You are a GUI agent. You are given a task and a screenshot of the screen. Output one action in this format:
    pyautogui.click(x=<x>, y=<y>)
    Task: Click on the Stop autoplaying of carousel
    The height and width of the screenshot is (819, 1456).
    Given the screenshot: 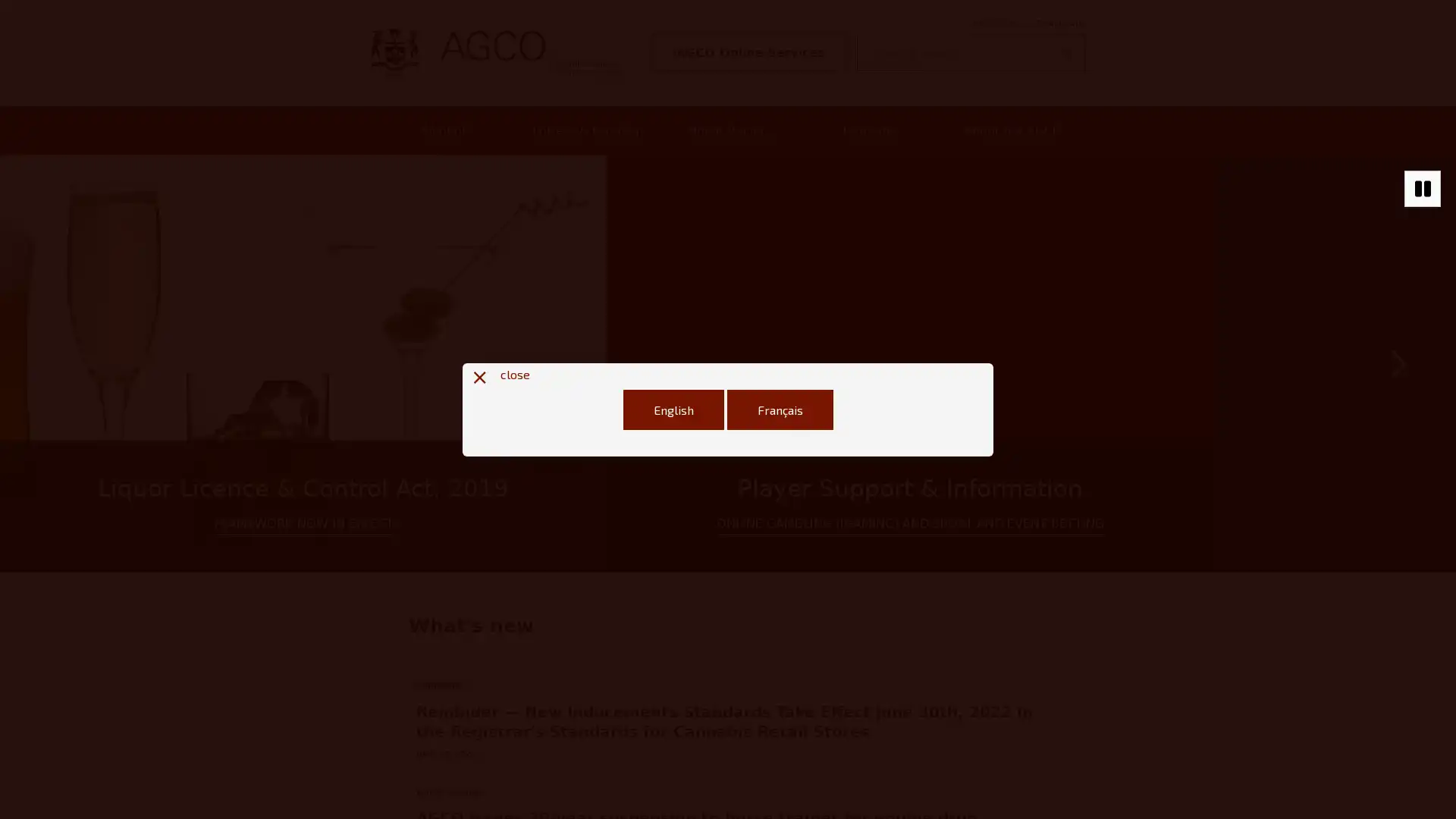 What is the action you would take?
    pyautogui.click(x=1422, y=188)
    